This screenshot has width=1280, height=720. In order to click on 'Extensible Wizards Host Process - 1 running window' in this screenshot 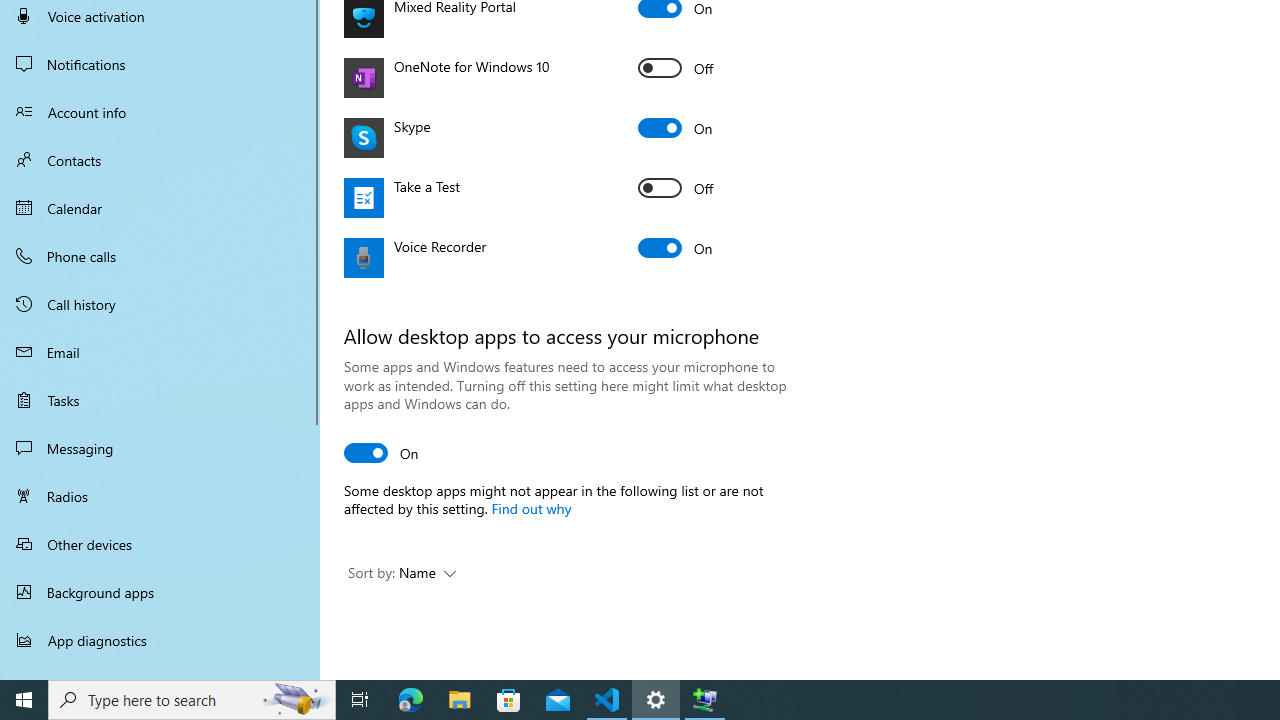, I will do `click(705, 698)`.